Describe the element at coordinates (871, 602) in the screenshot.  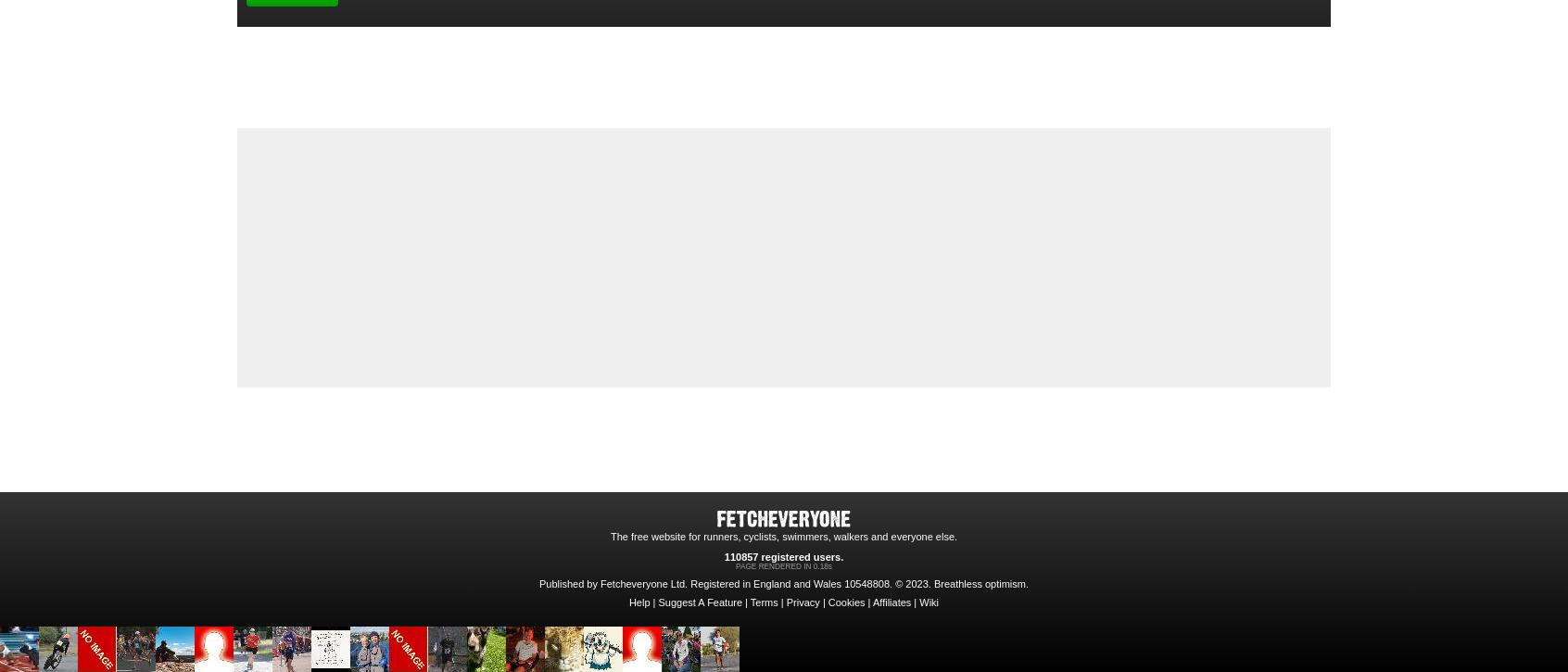
I see `'Affiliates'` at that location.